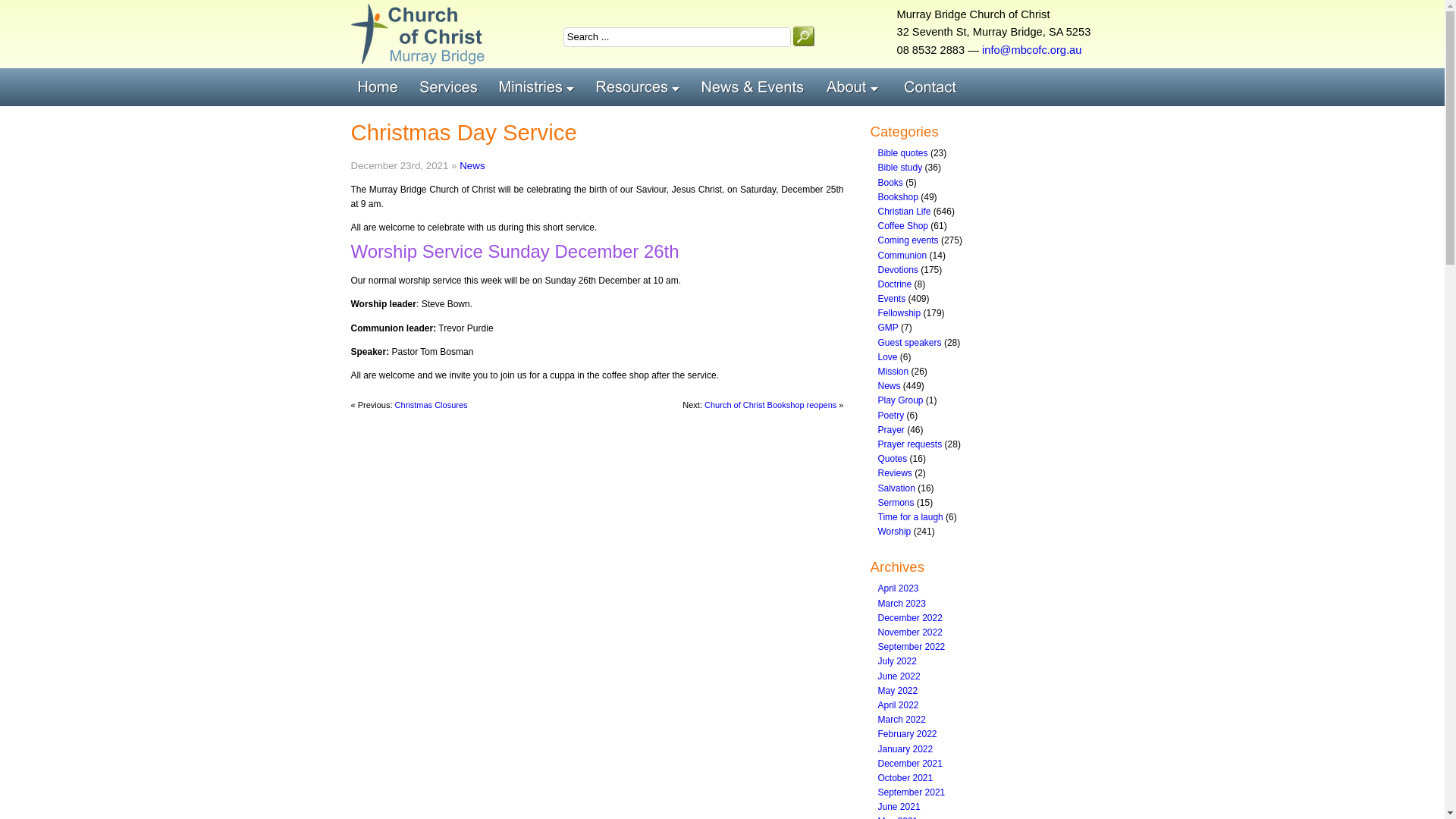  I want to click on 'GMP', so click(888, 327).